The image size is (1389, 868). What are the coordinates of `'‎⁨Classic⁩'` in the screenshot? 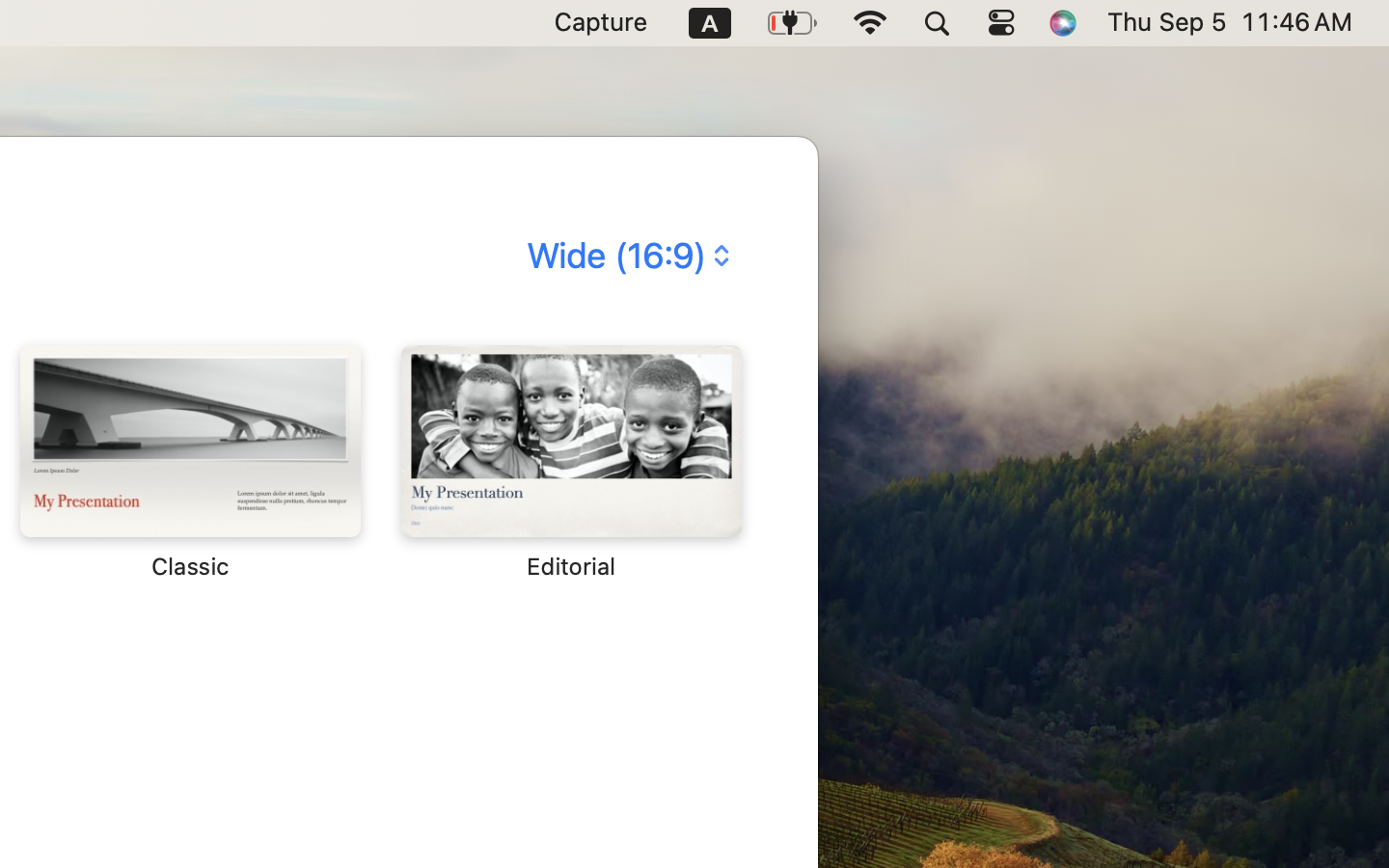 It's located at (189, 461).